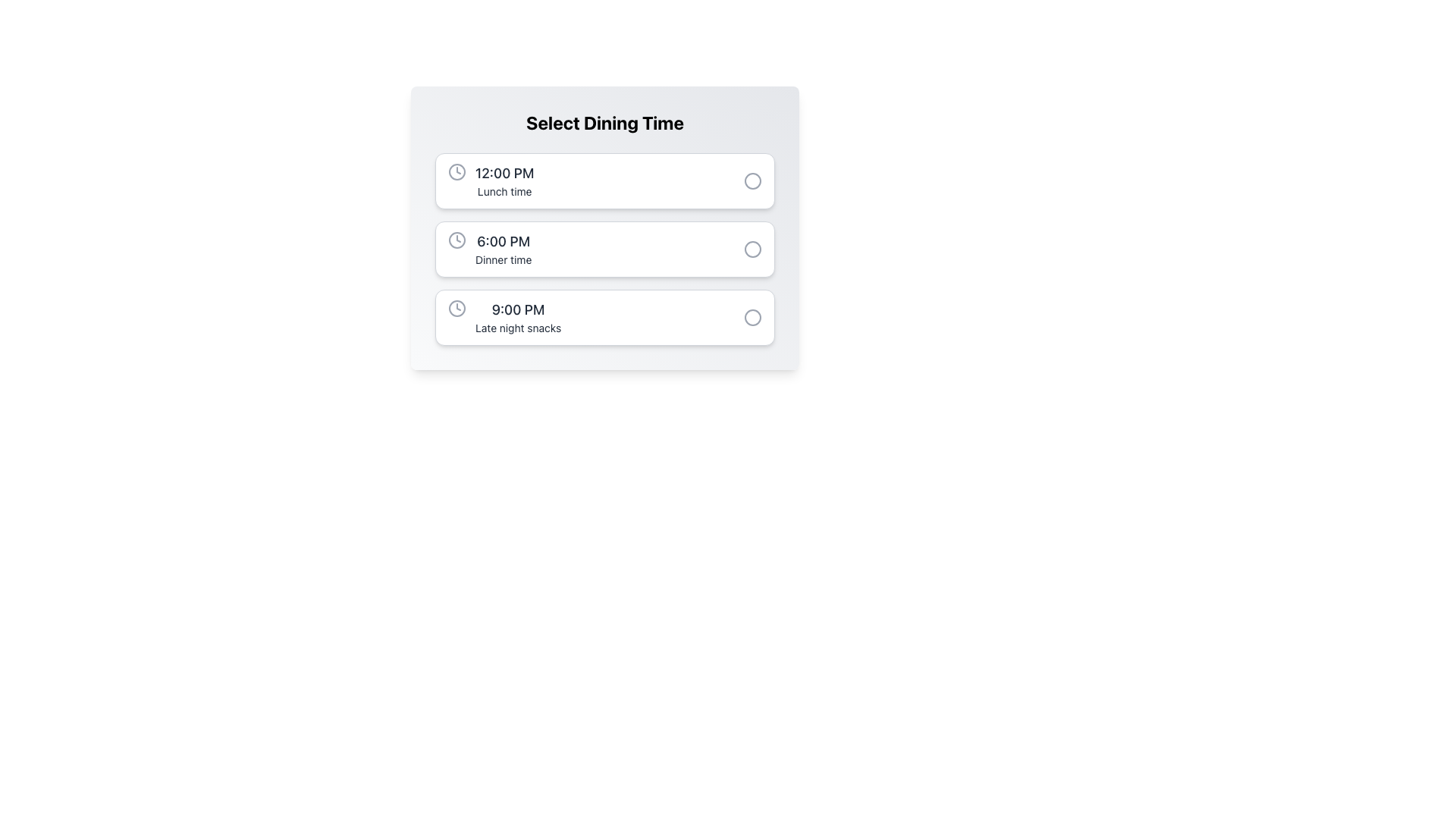 Image resolution: width=1456 pixels, height=819 pixels. Describe the element at coordinates (457, 171) in the screenshot. I see `the inner circular component of the clock icon representing the time selection option for '12:00 PM Lunch time'` at that location.